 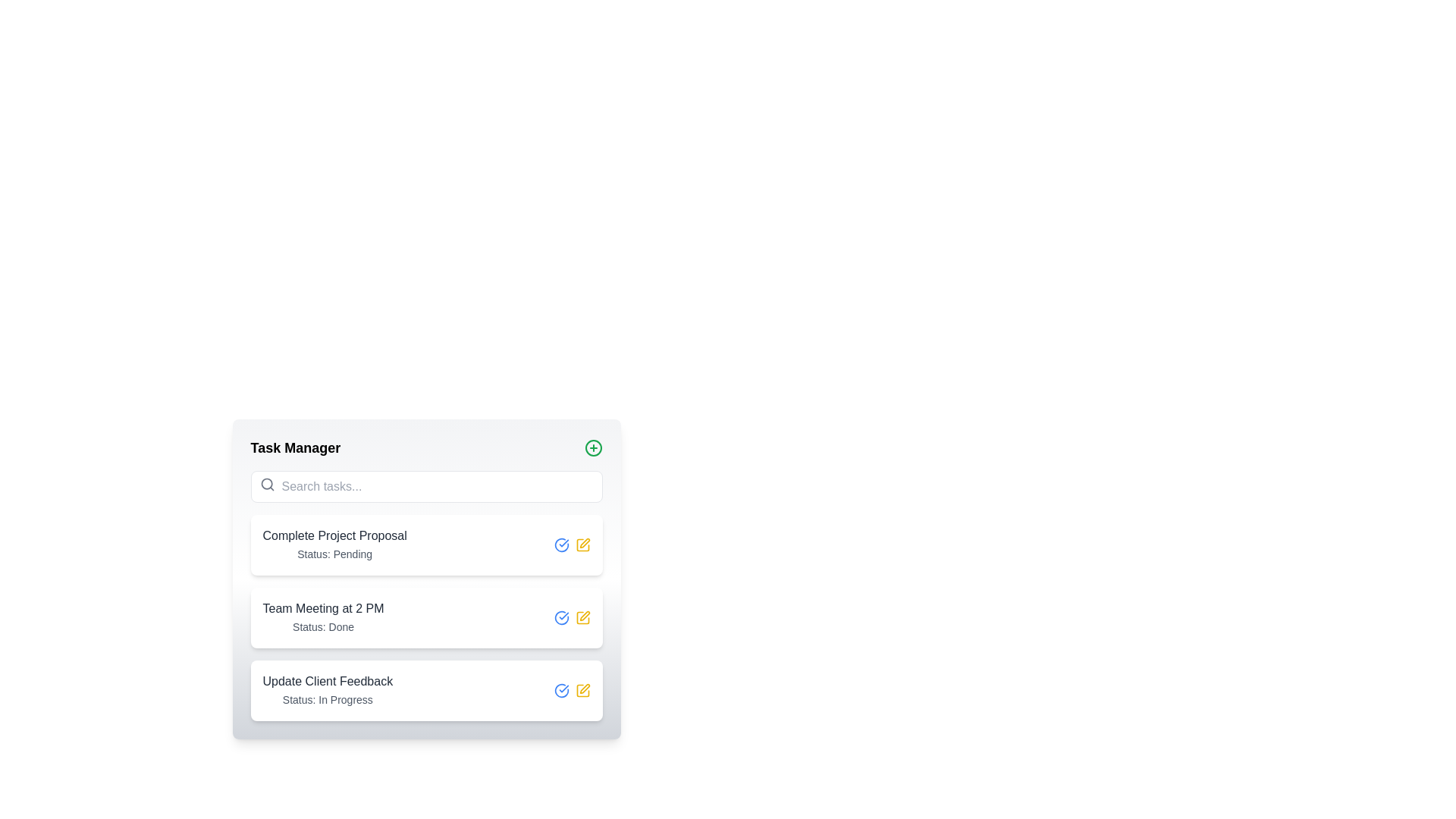 What do you see at coordinates (582, 544) in the screenshot?
I see `the yellow geometric icon button resembling a square with a pen, located to the right of the 'Complete Project Proposal' task entry` at bounding box center [582, 544].